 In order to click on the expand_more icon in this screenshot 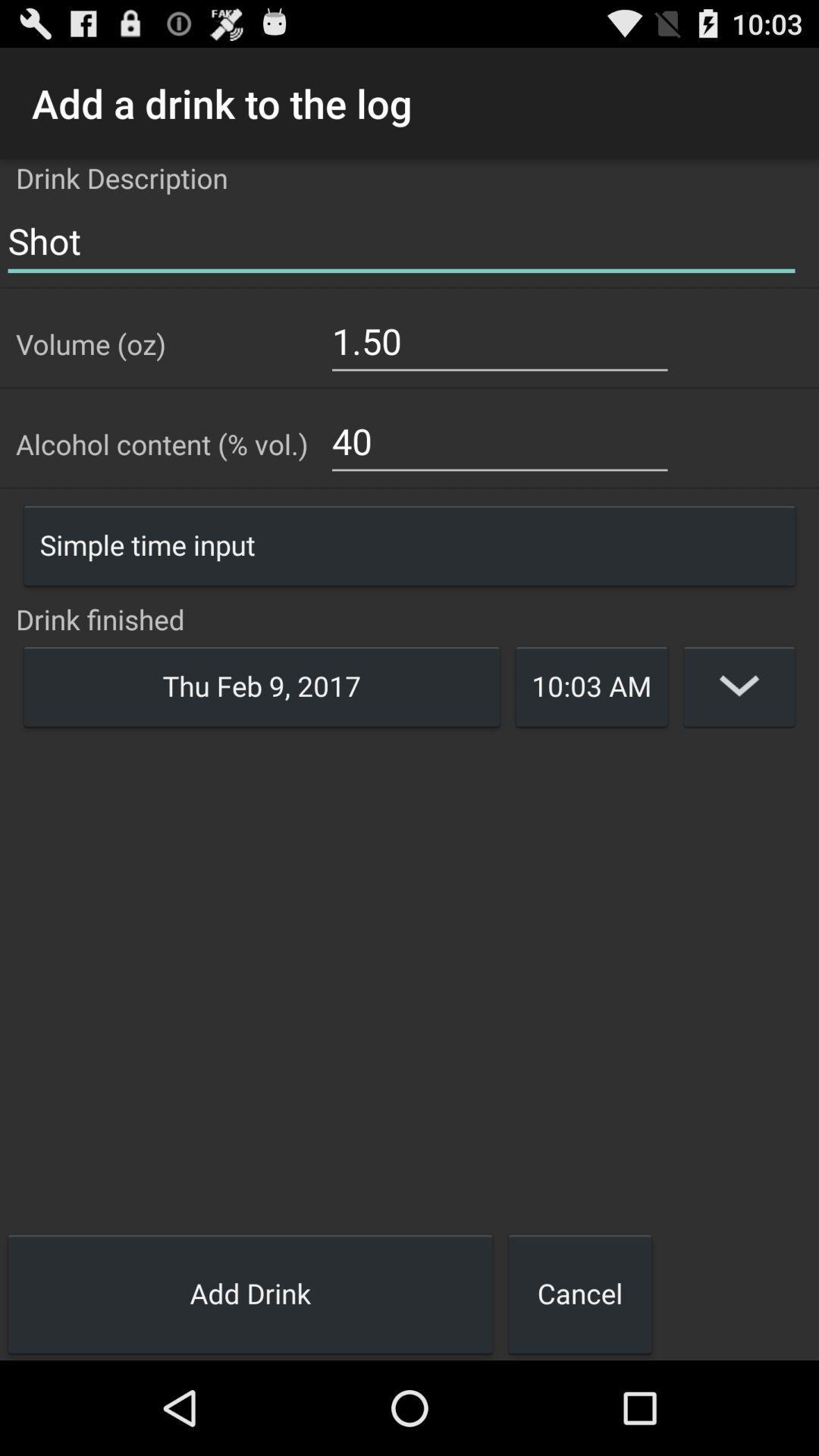, I will do `click(739, 734)`.